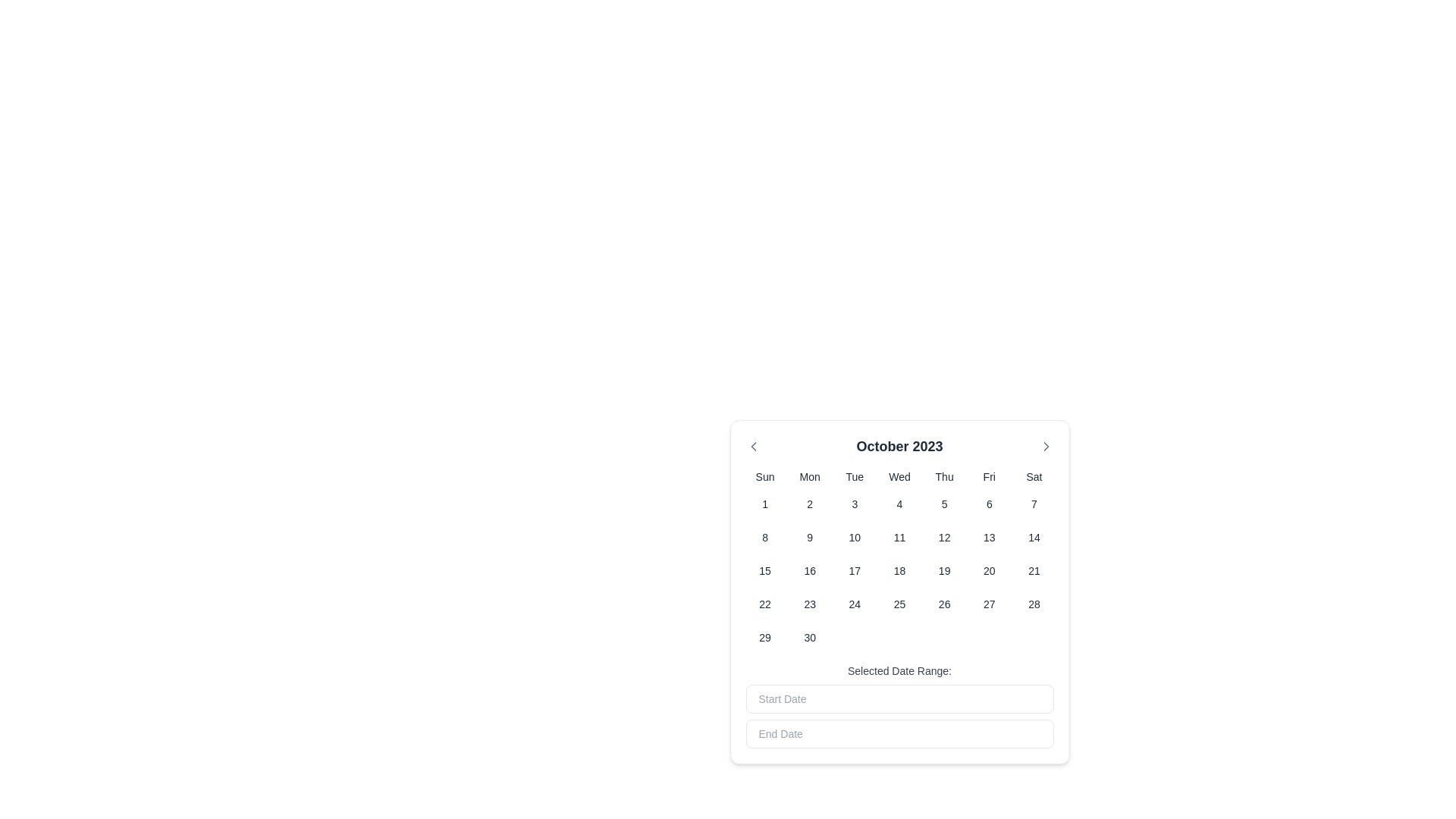  Describe the element at coordinates (899, 446) in the screenshot. I see `the bold text label reading 'October 2023' located at the top-center of the calendar interface` at that location.